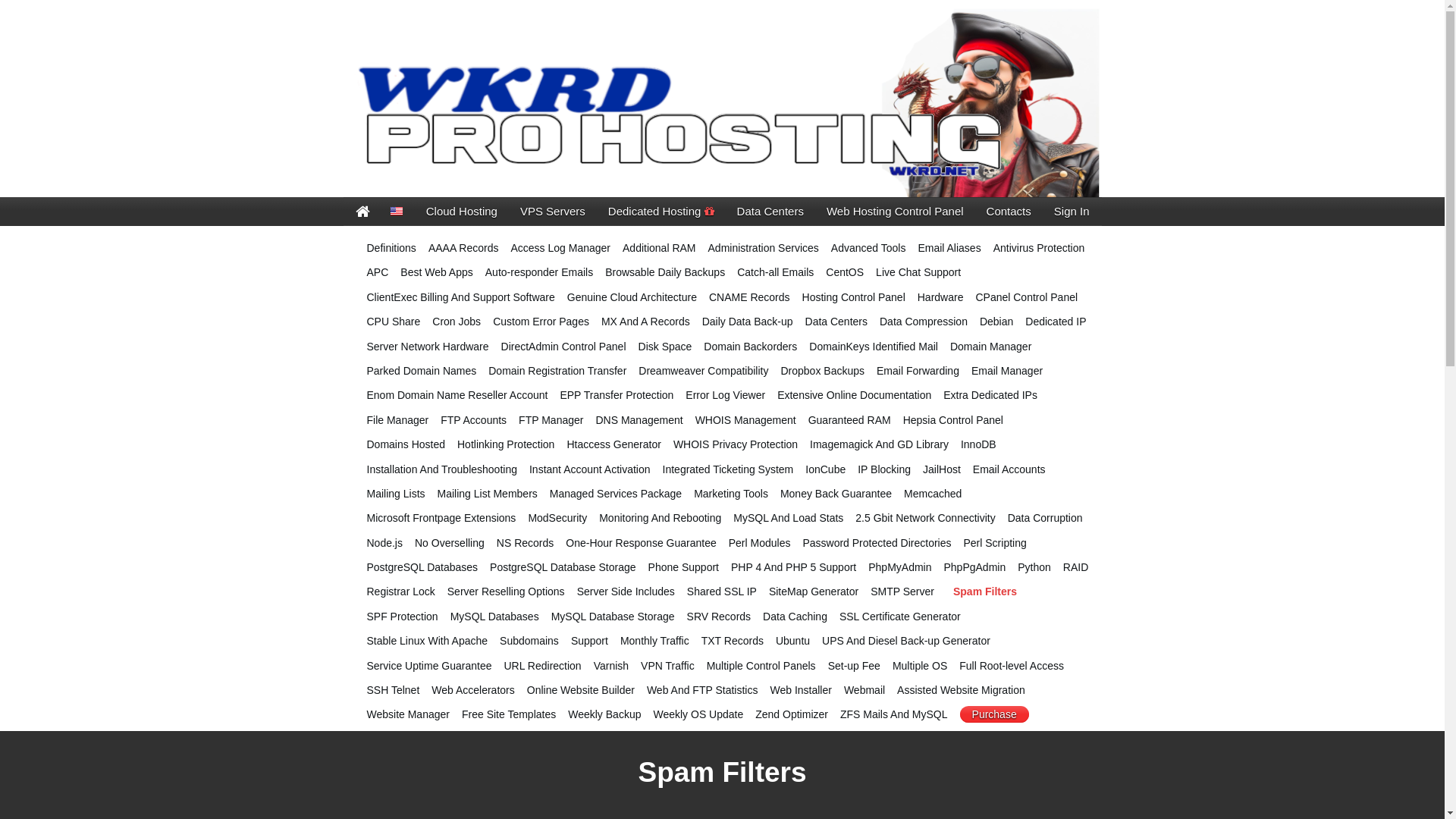 This screenshot has width=1456, height=819. Describe the element at coordinates (906, 640) in the screenshot. I see `'UPS And Diesel Back-up Generator'` at that location.